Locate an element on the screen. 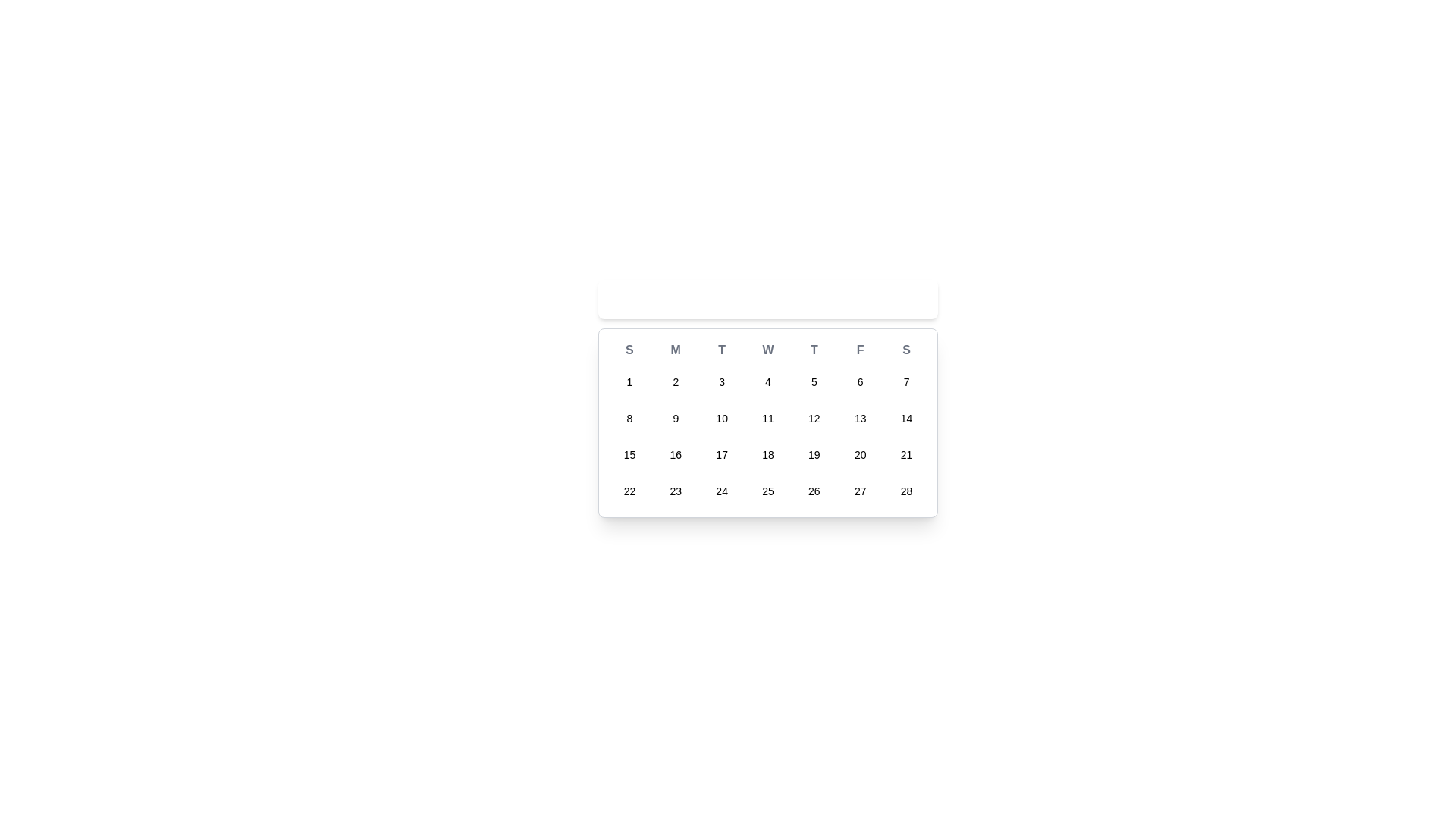  the text label indicating 'Saturday' in the calendar header row, which is located at the seventh position in the row of day initials is located at coordinates (906, 350).